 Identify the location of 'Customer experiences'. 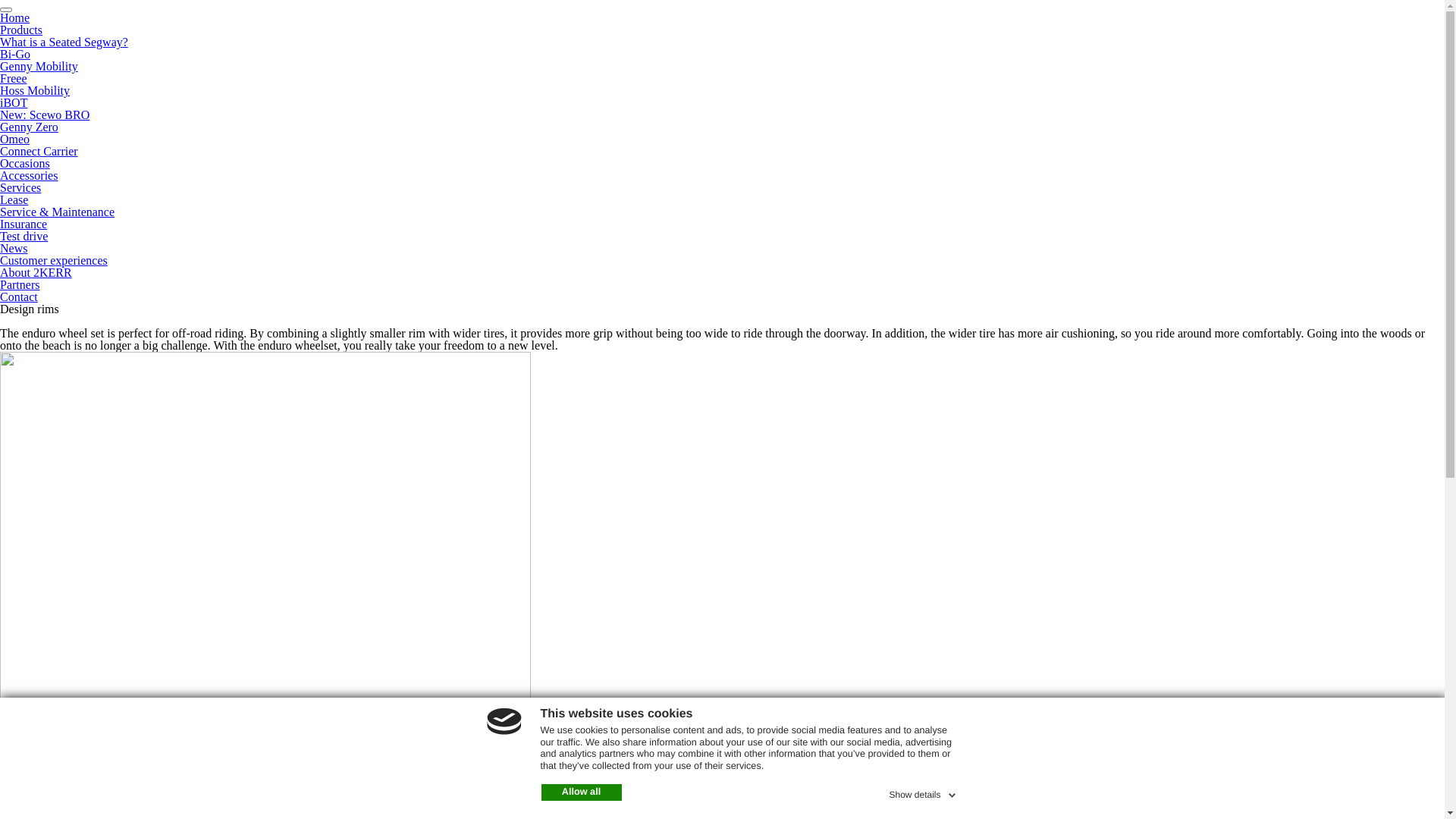
(54, 259).